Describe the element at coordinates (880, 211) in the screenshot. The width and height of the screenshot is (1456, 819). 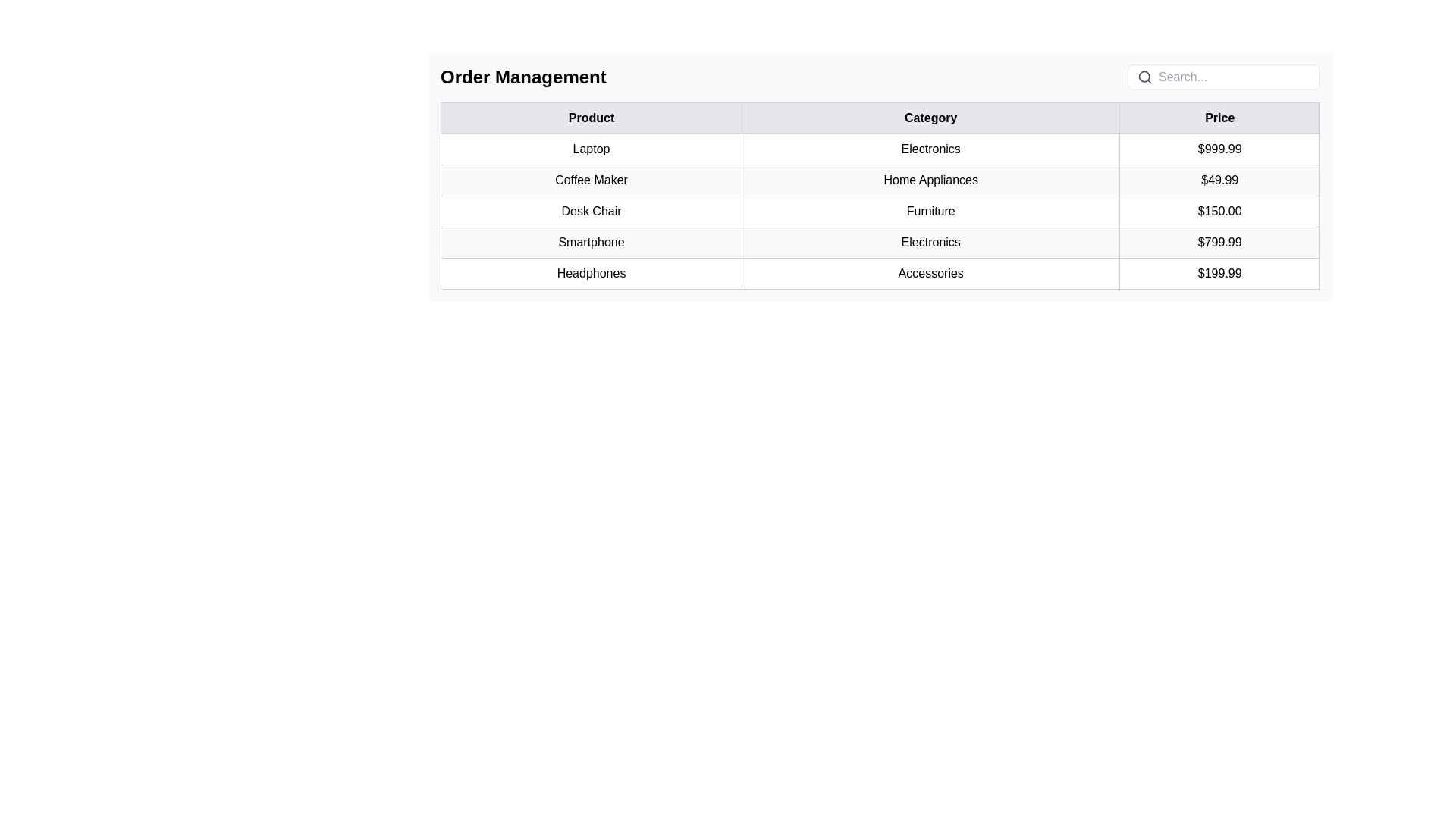
I see `the third table row containing the product name 'Desk Chair', category 'Furniture', and price '$150.00'` at that location.